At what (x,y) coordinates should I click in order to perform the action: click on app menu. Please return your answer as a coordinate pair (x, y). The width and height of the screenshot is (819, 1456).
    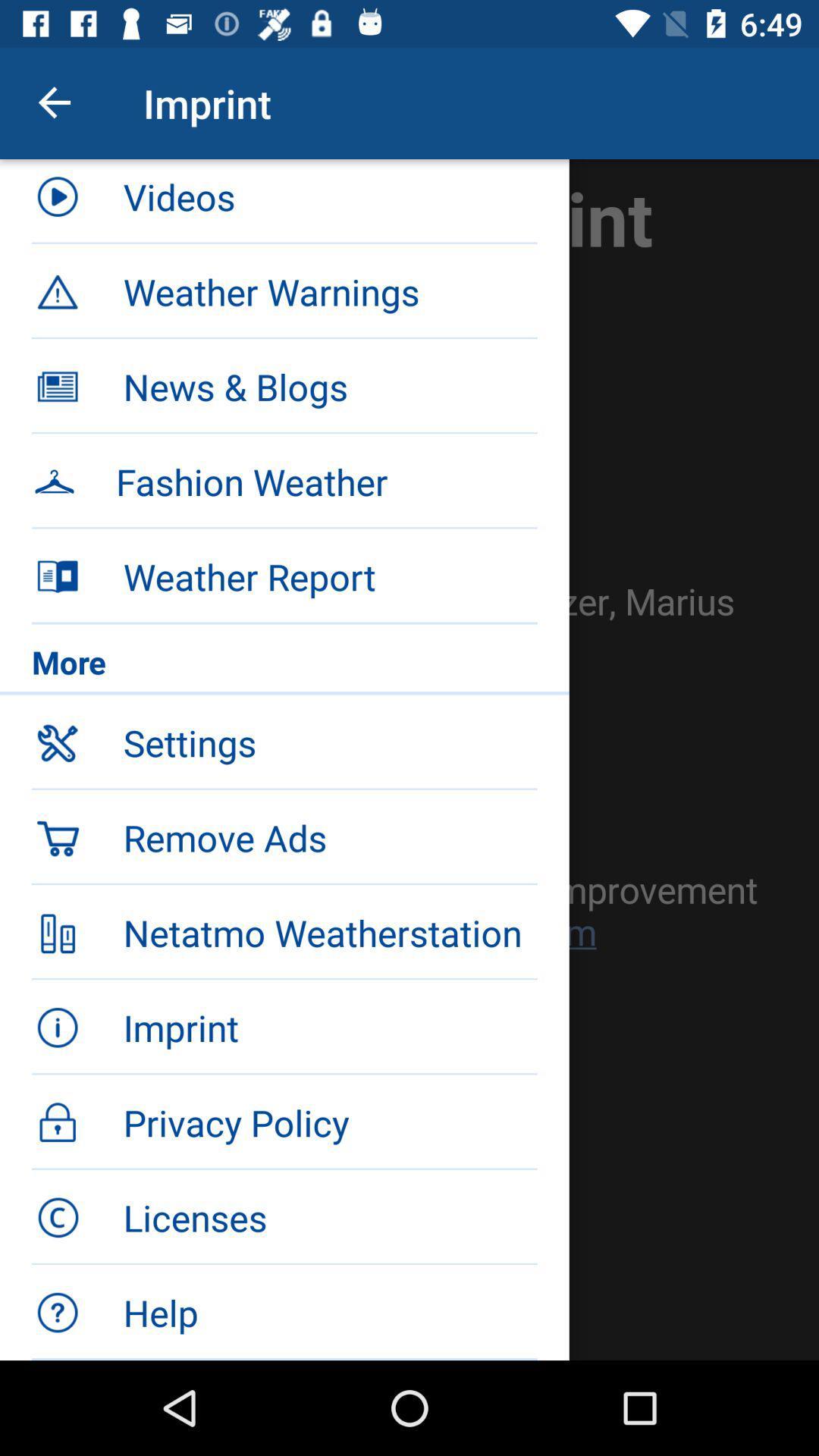
    Looking at the image, I should click on (409, 760).